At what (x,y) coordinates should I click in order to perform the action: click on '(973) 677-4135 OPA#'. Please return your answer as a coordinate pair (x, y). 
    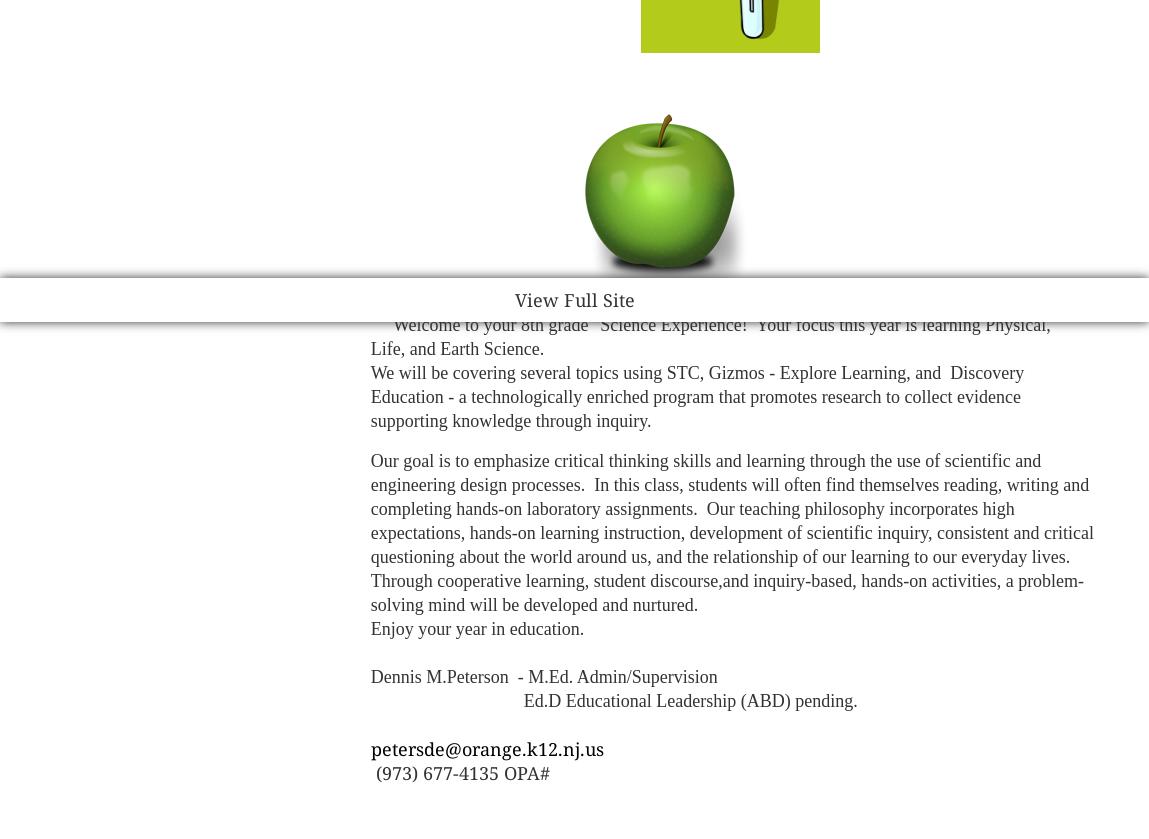
    Looking at the image, I should click on (458, 771).